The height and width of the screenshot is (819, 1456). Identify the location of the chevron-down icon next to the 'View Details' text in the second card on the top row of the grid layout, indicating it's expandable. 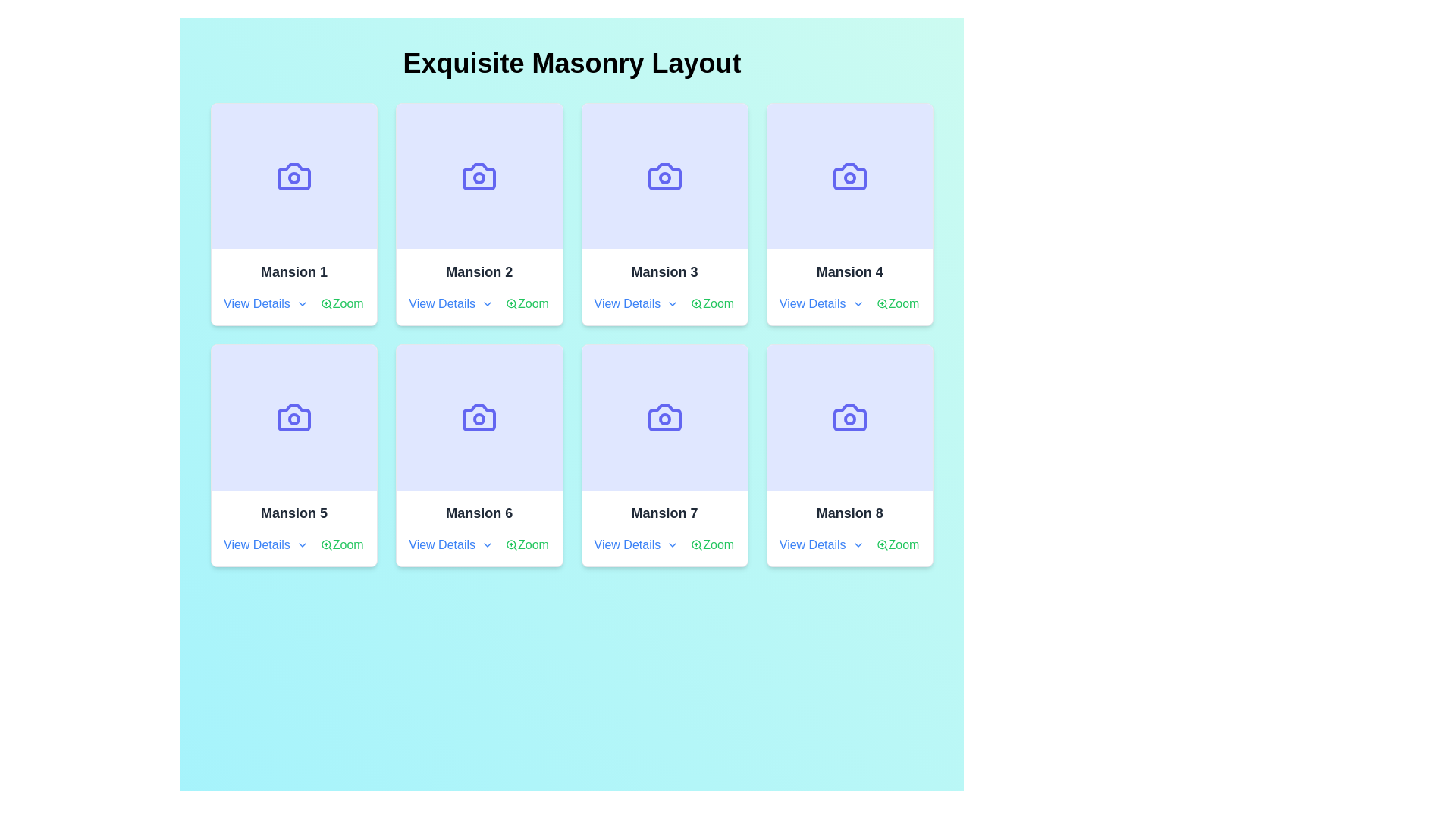
(302, 304).